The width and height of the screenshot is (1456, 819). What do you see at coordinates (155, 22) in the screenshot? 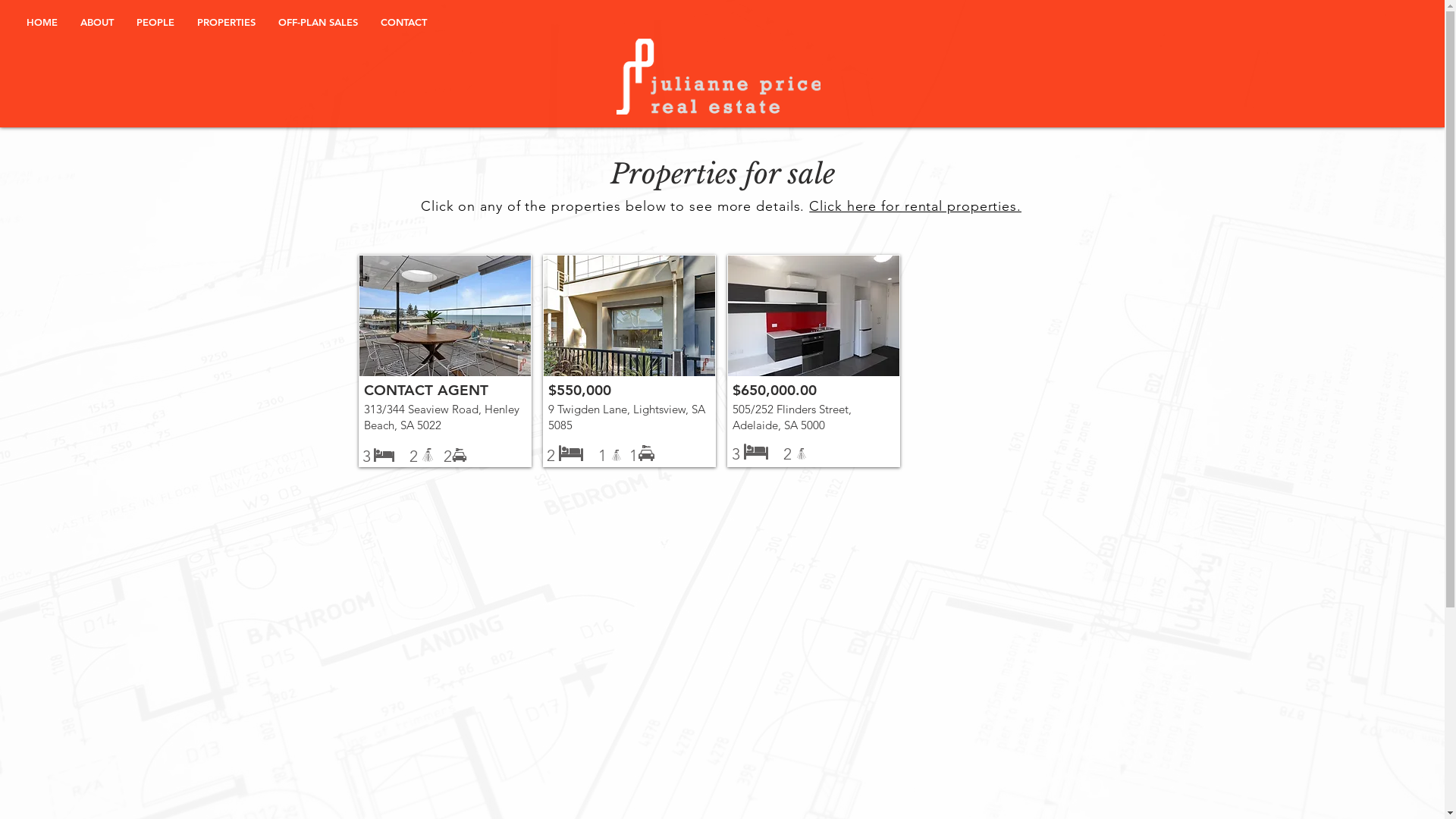
I see `'PEOPLE'` at bounding box center [155, 22].